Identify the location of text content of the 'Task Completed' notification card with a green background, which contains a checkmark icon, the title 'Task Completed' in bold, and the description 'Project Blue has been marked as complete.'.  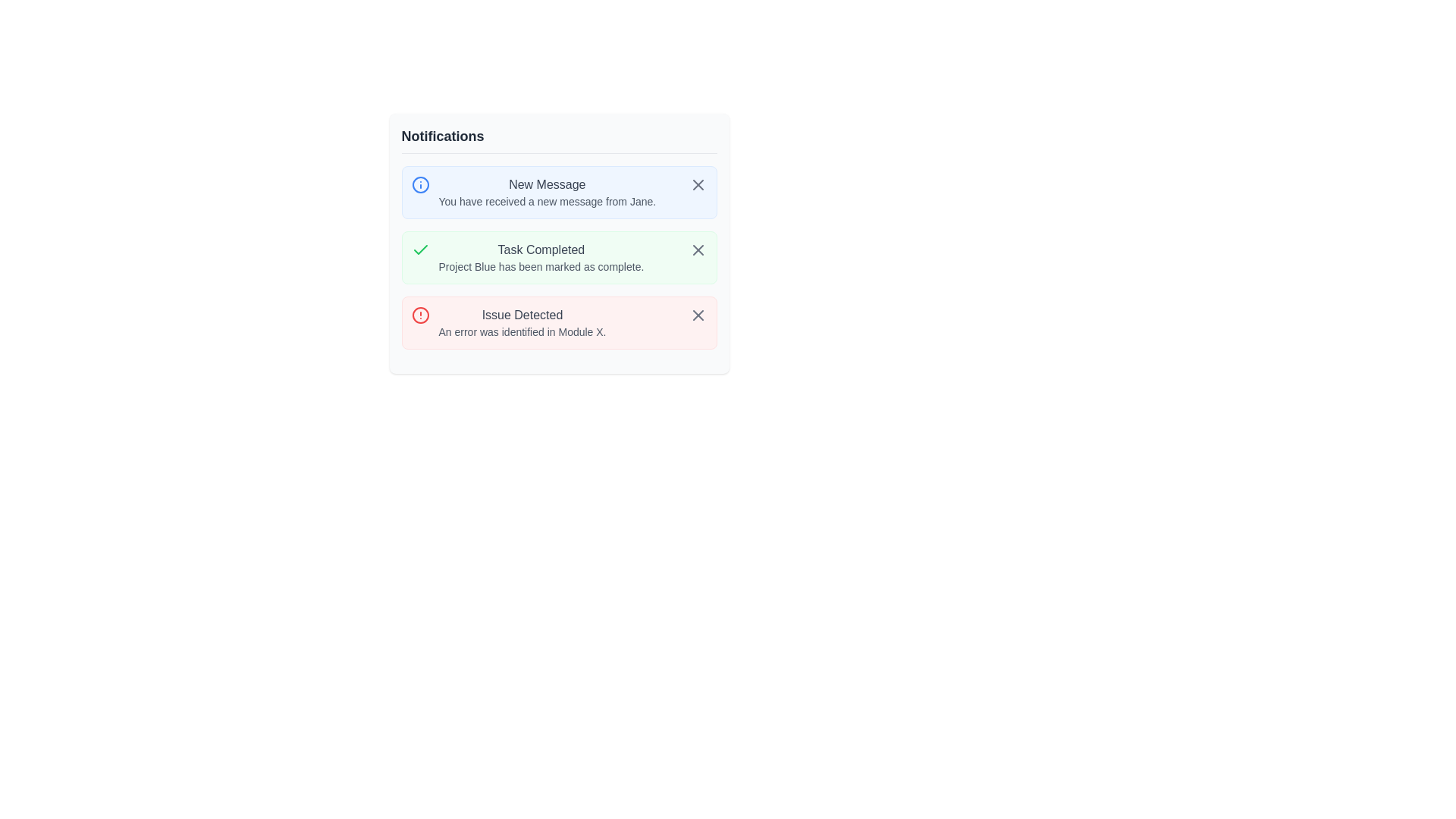
(558, 243).